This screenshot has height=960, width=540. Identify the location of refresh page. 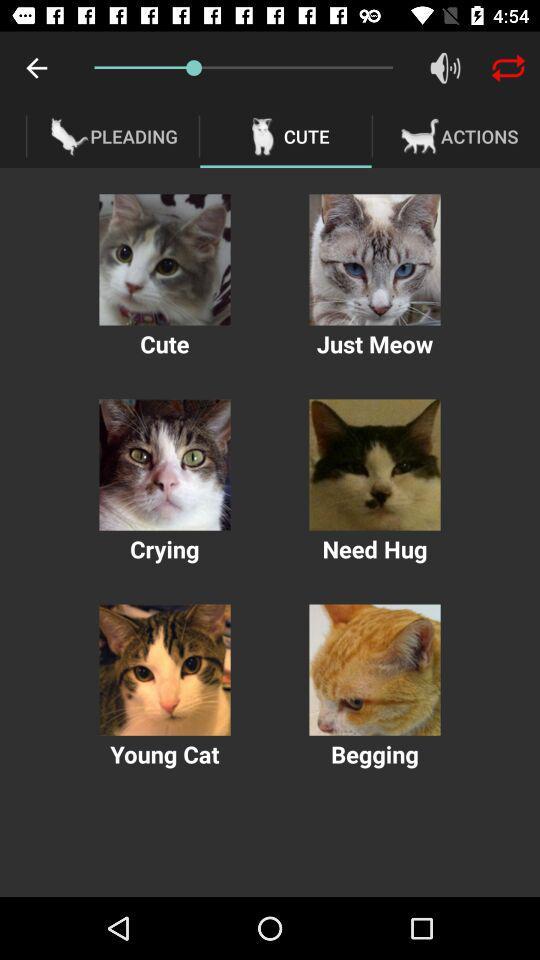
(508, 68).